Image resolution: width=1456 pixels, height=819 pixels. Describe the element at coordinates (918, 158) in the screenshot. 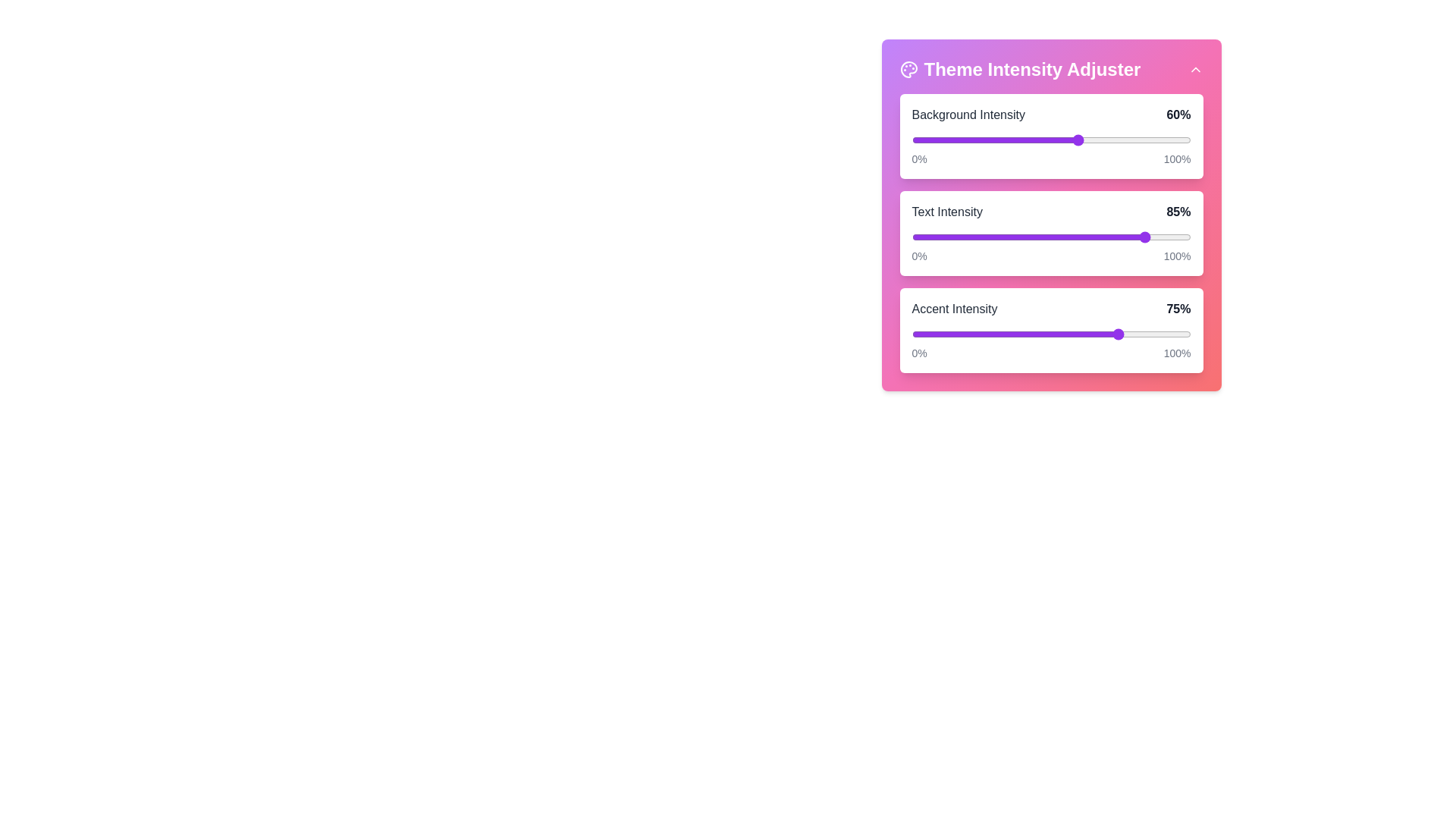

I see `the text label displaying '0%' located at the bottom-left of the 'Text Intensity' slider` at that location.